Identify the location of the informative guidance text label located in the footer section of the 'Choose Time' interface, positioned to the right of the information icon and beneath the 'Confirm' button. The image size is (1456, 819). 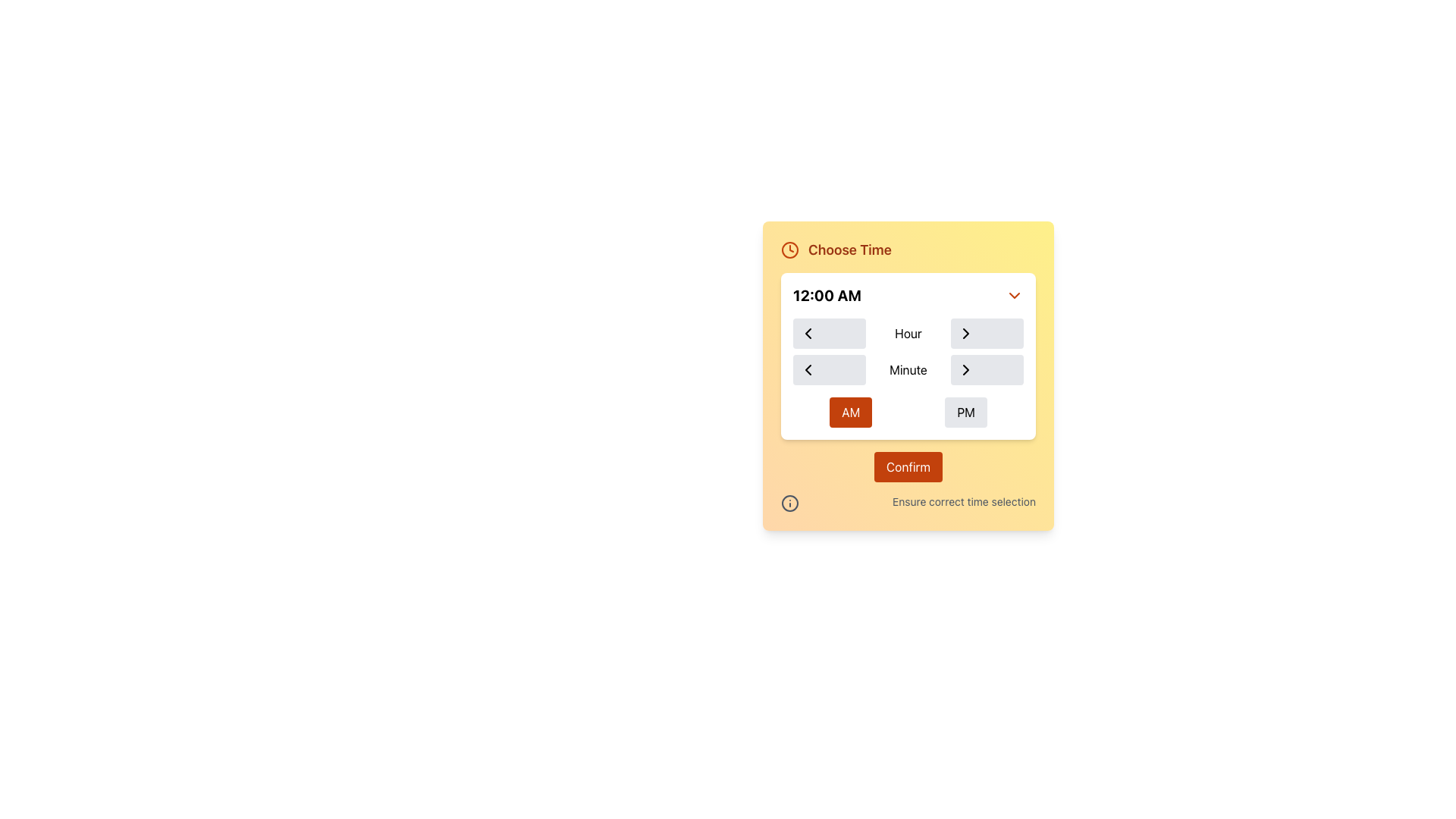
(963, 503).